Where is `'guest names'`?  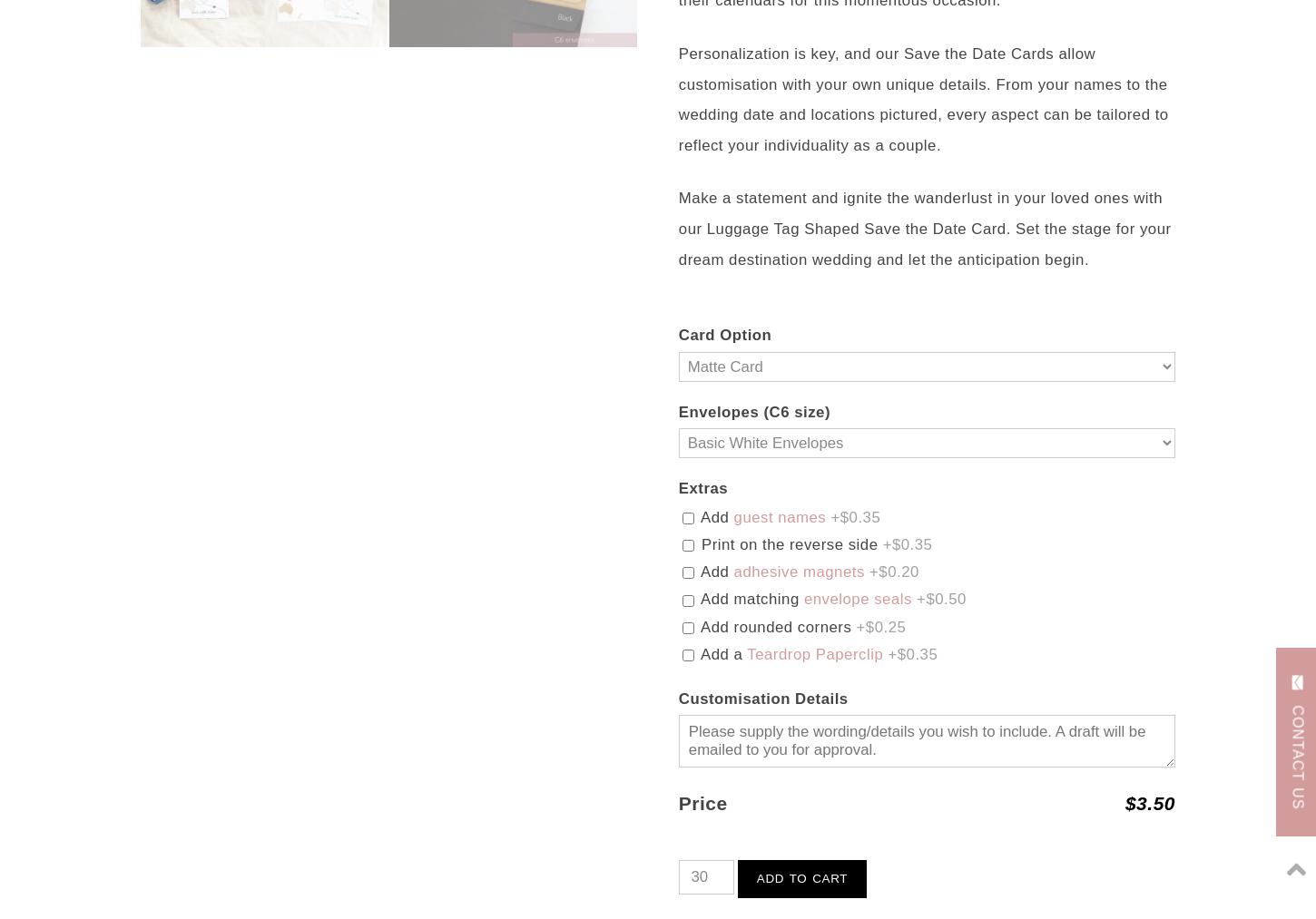
'guest names' is located at coordinates (778, 516).